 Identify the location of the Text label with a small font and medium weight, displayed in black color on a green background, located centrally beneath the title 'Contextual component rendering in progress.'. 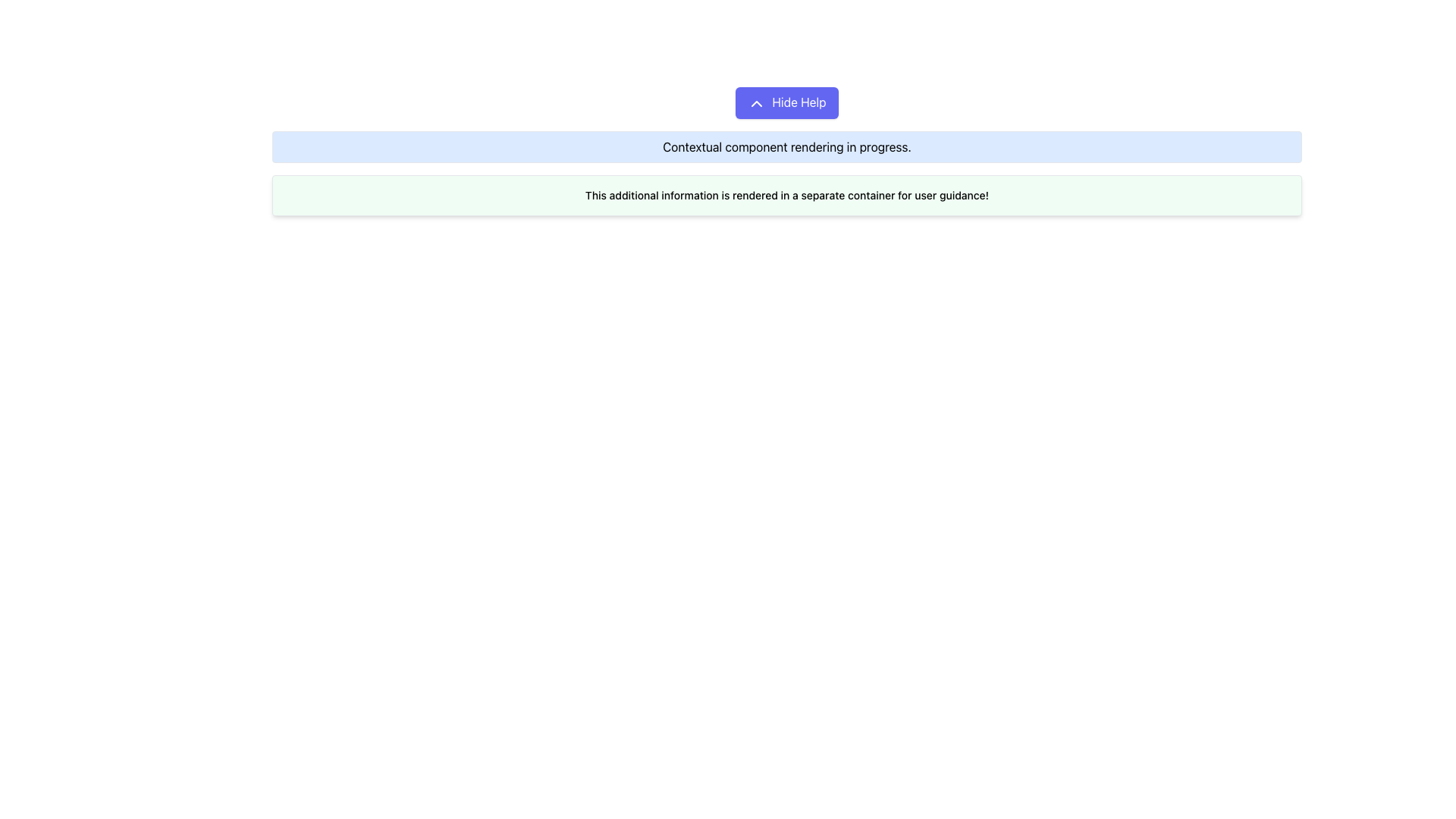
(786, 194).